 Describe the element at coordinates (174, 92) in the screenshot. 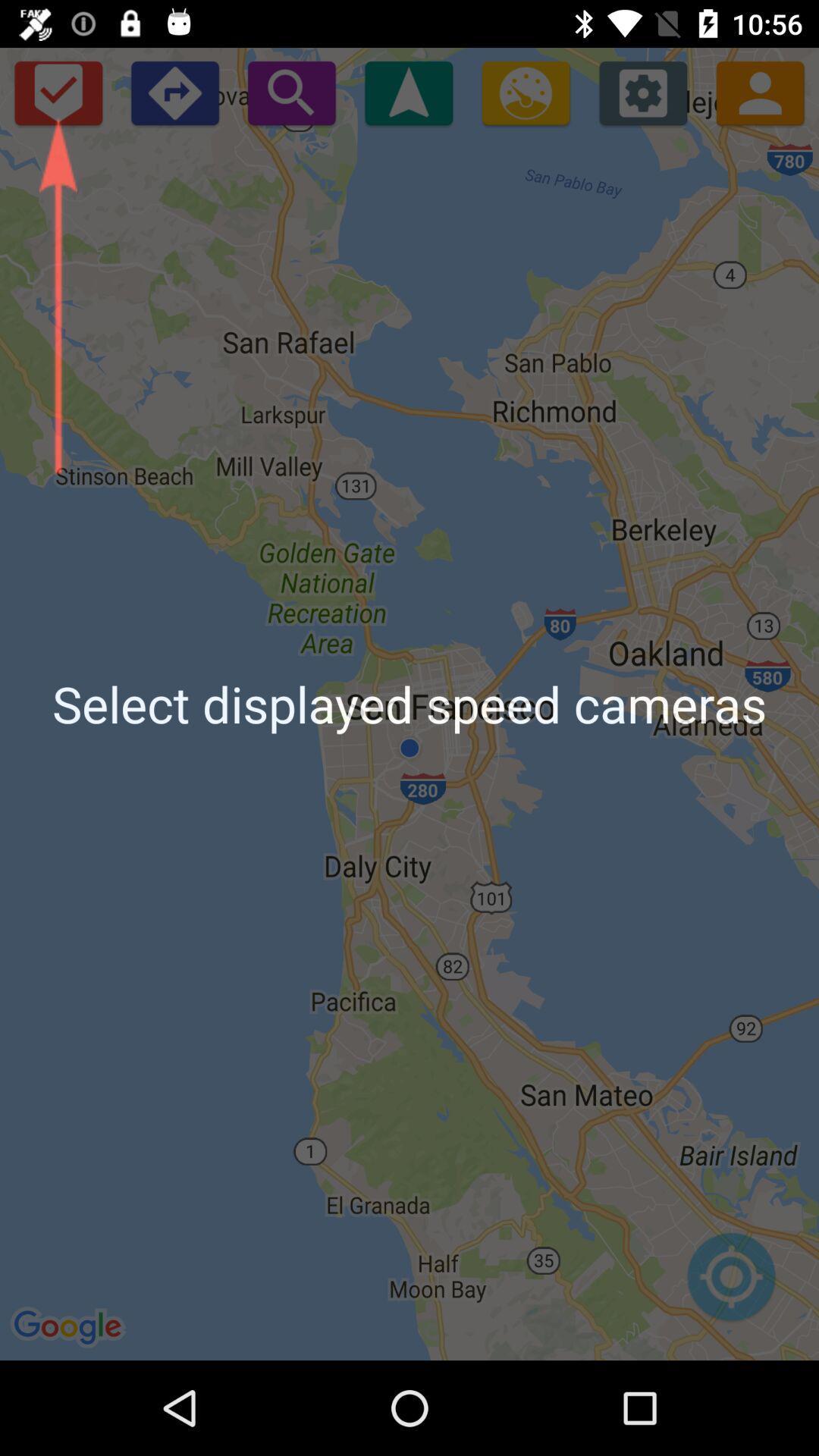

I see `enter` at that location.